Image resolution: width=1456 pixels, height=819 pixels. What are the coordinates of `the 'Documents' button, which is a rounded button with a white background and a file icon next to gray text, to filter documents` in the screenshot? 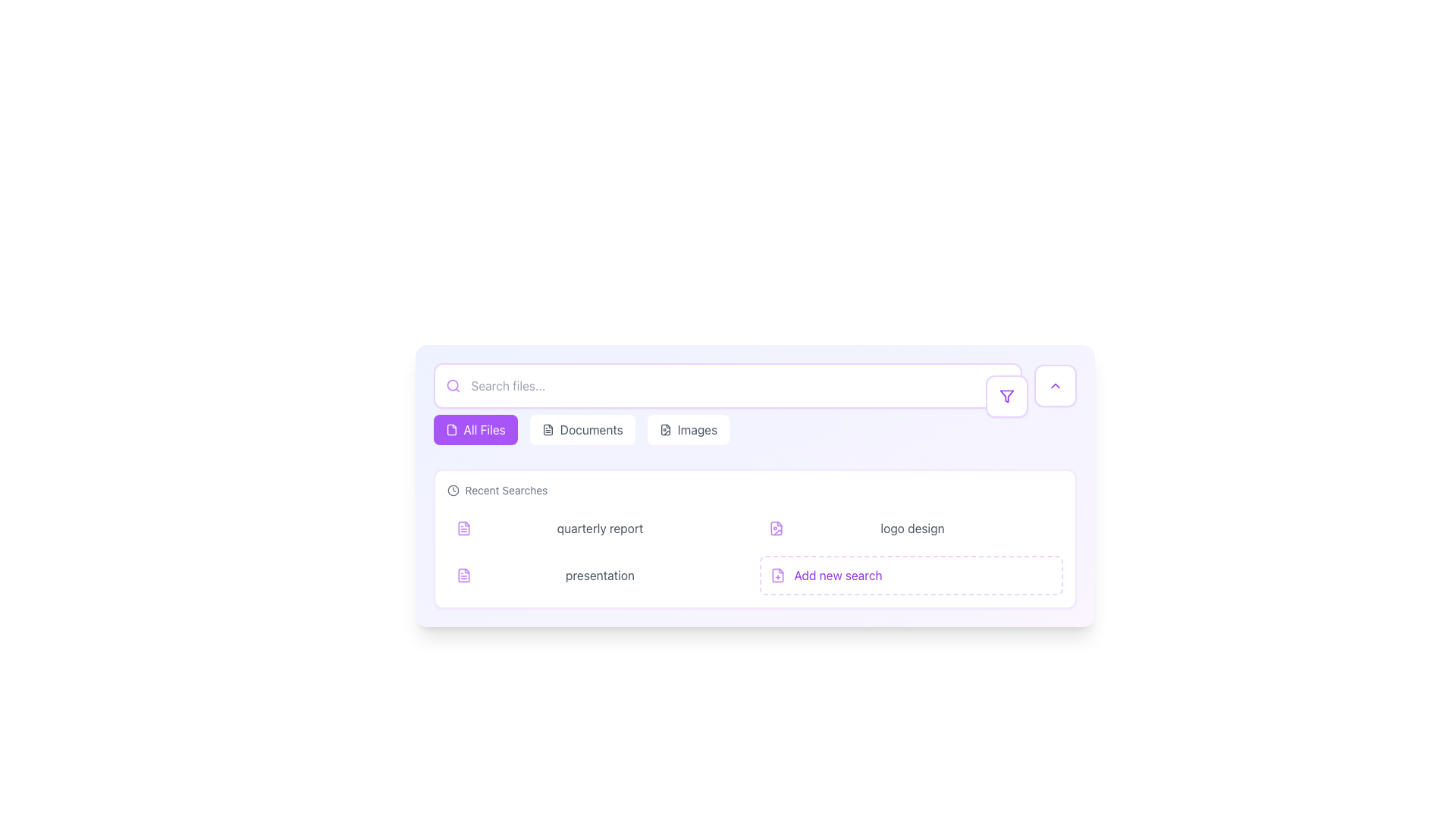 It's located at (582, 430).